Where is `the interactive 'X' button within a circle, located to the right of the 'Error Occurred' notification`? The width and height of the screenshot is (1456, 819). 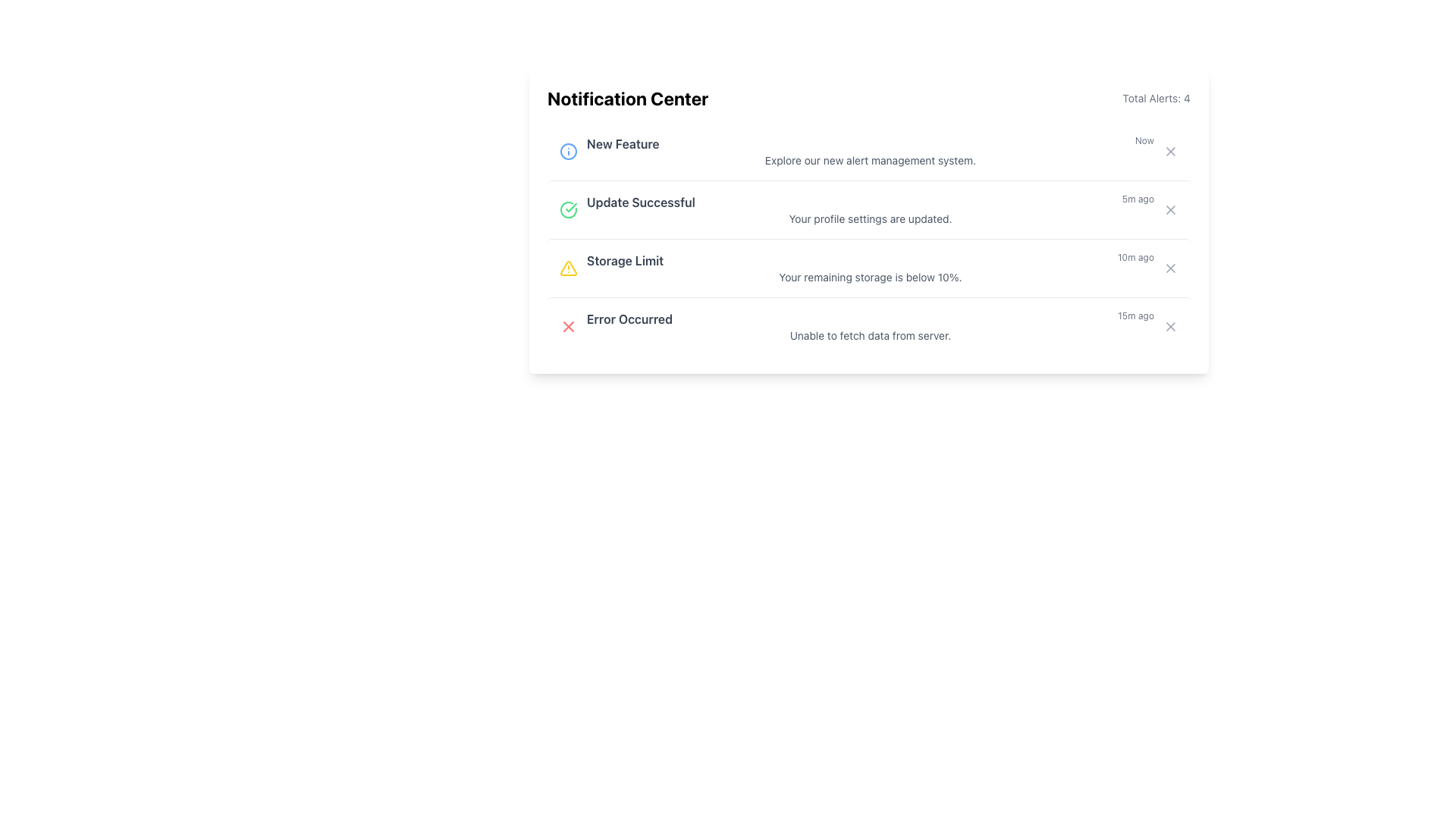
the interactive 'X' button within a circle, located to the right of the 'Error Occurred' notification is located at coordinates (1170, 326).